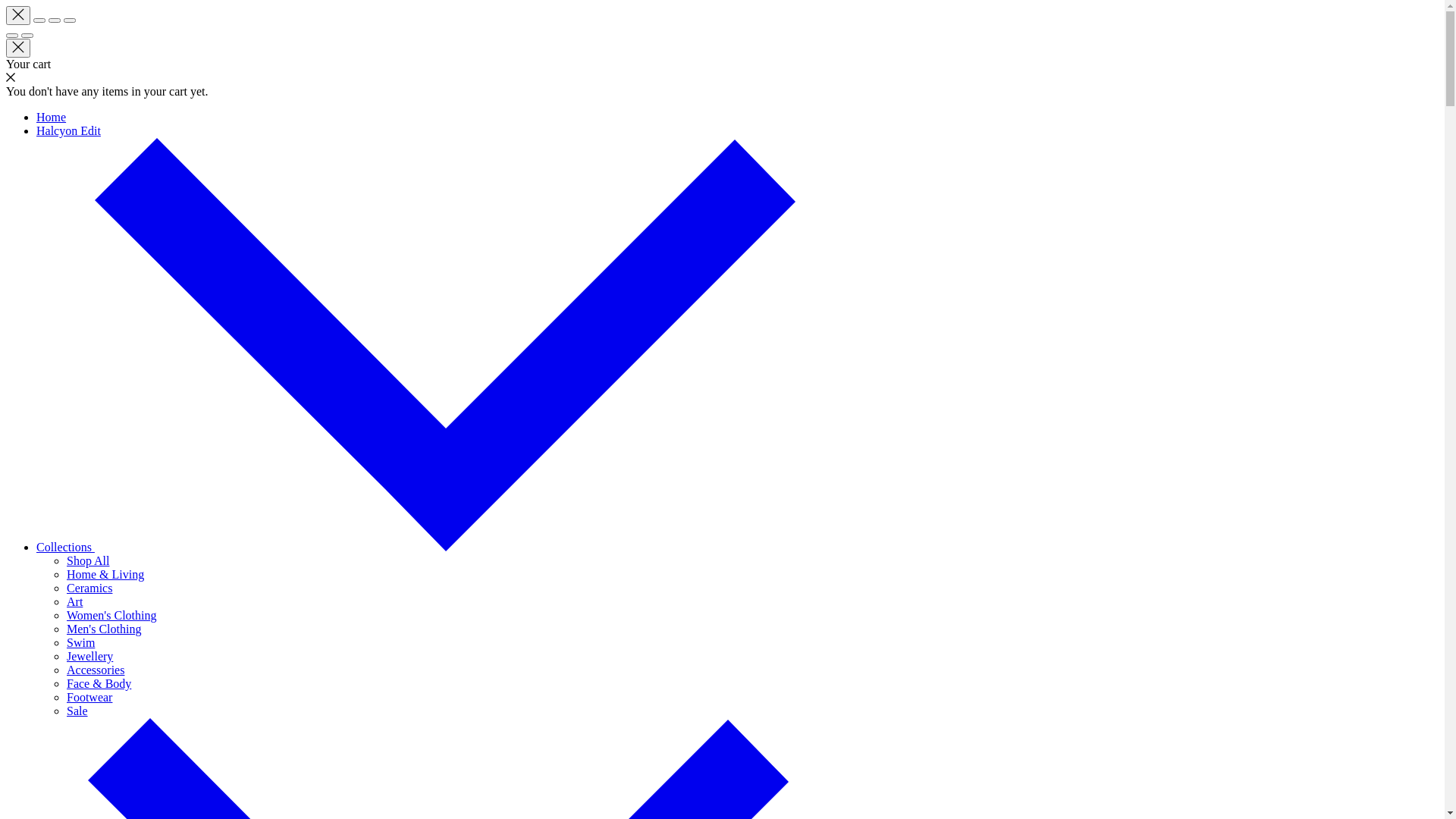 The image size is (1456, 819). I want to click on 'Zoom in/out', so click(68, 20).